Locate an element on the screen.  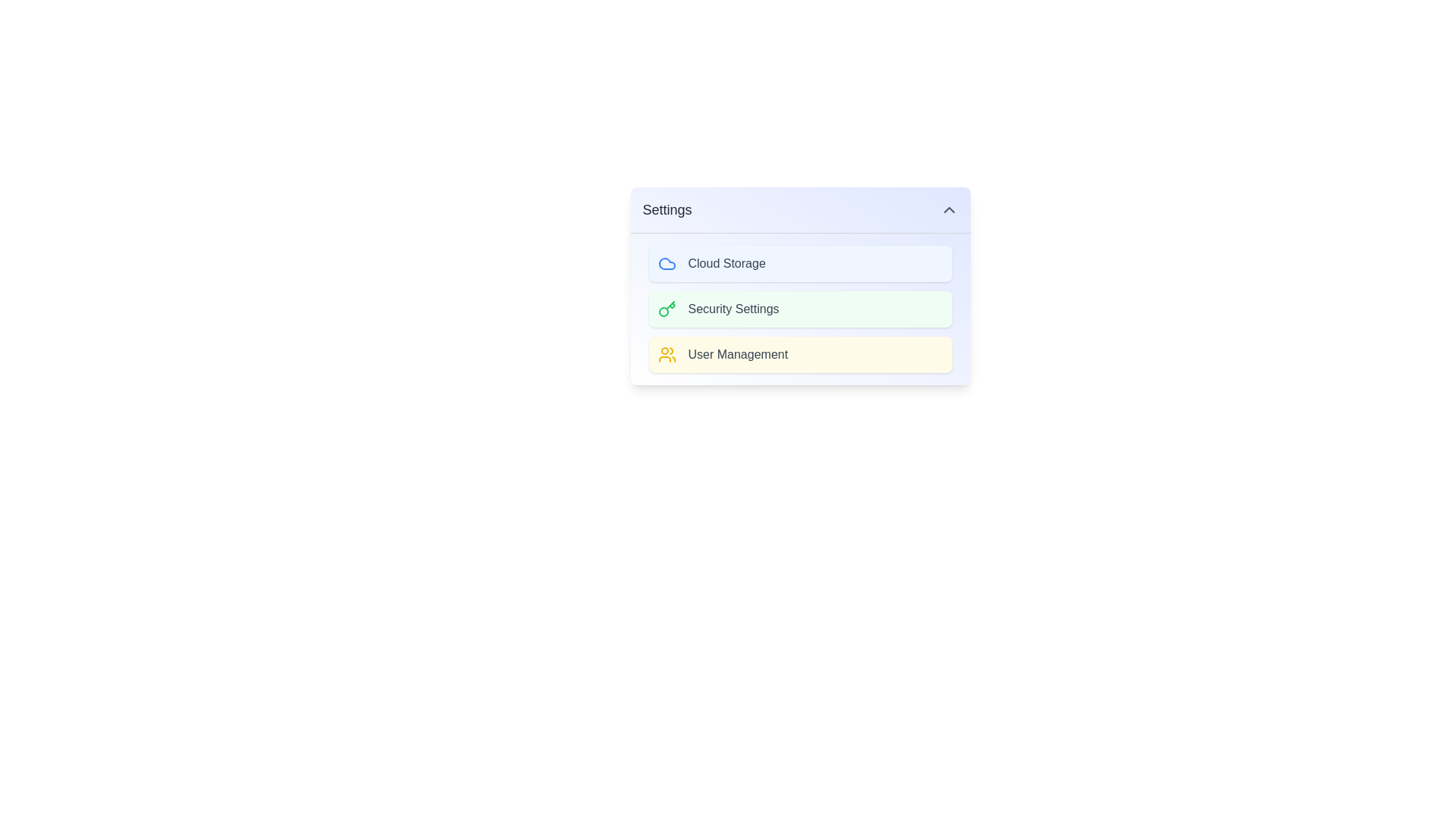
the 'Security Settings' button, which is the second button in a vertical list of three buttons, located below the 'Cloud Storage' button and above the 'User Management' button is located at coordinates (799, 309).